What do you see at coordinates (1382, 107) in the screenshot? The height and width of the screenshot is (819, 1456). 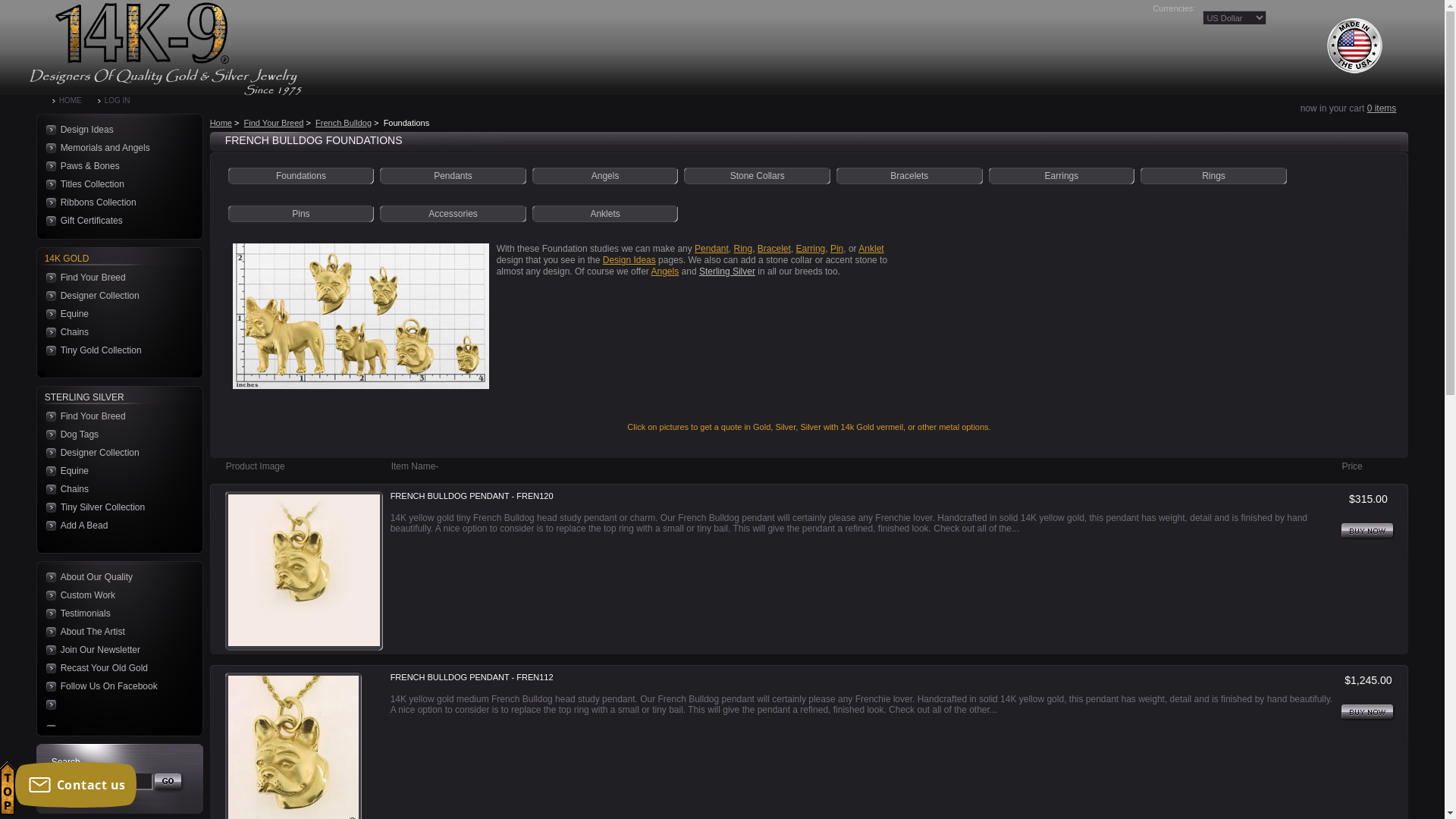 I see `'0 items'` at bounding box center [1382, 107].